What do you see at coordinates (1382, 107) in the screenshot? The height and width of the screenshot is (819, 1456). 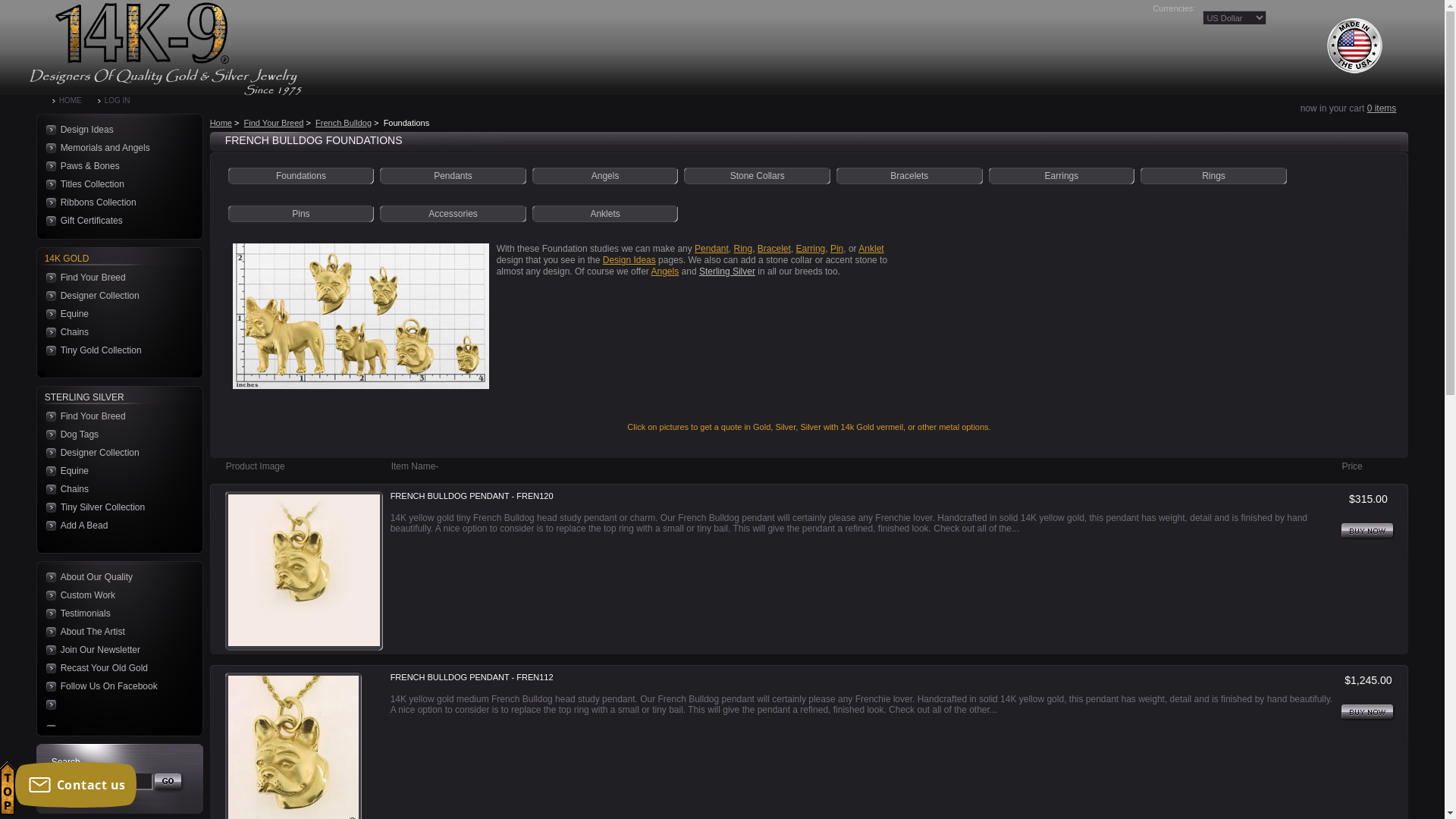 I see `'0 items'` at bounding box center [1382, 107].